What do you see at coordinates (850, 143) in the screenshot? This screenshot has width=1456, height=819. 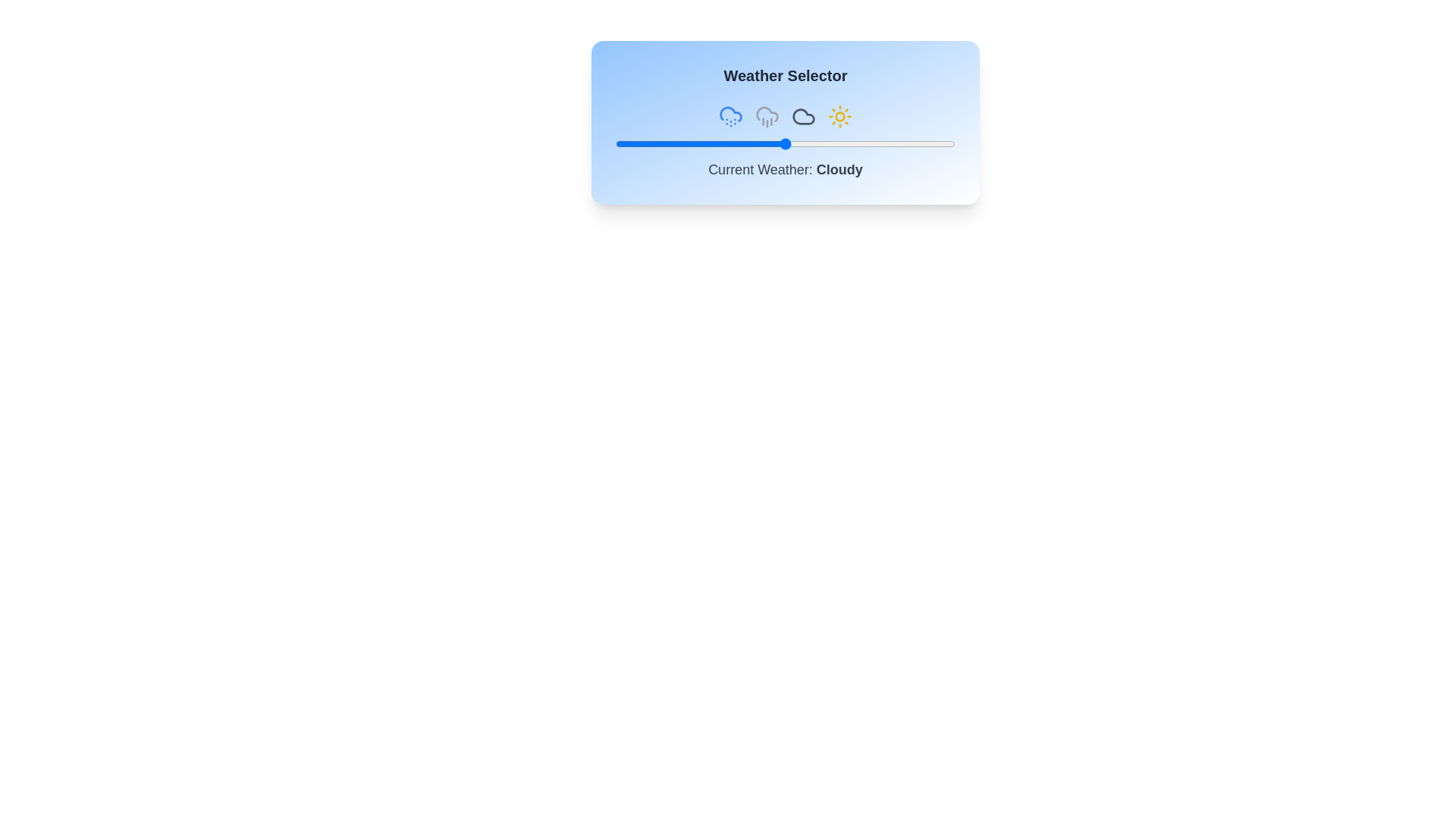 I see `the weather slider to 69%, where 69 is a value between 0 and 100` at bounding box center [850, 143].